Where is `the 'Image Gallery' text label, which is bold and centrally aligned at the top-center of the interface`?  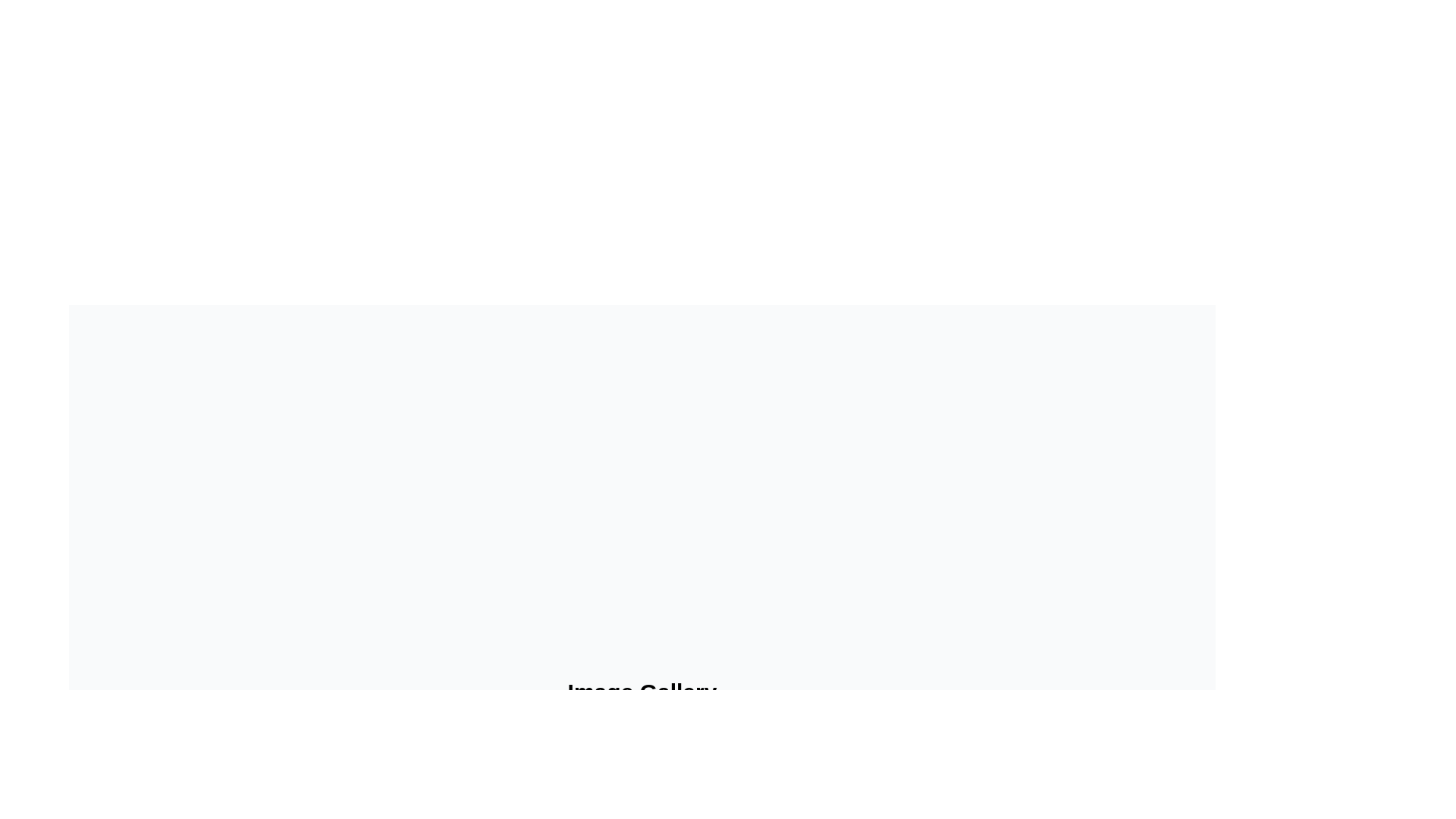 the 'Image Gallery' text label, which is bold and centrally aligned at the top-center of the interface is located at coordinates (642, 692).